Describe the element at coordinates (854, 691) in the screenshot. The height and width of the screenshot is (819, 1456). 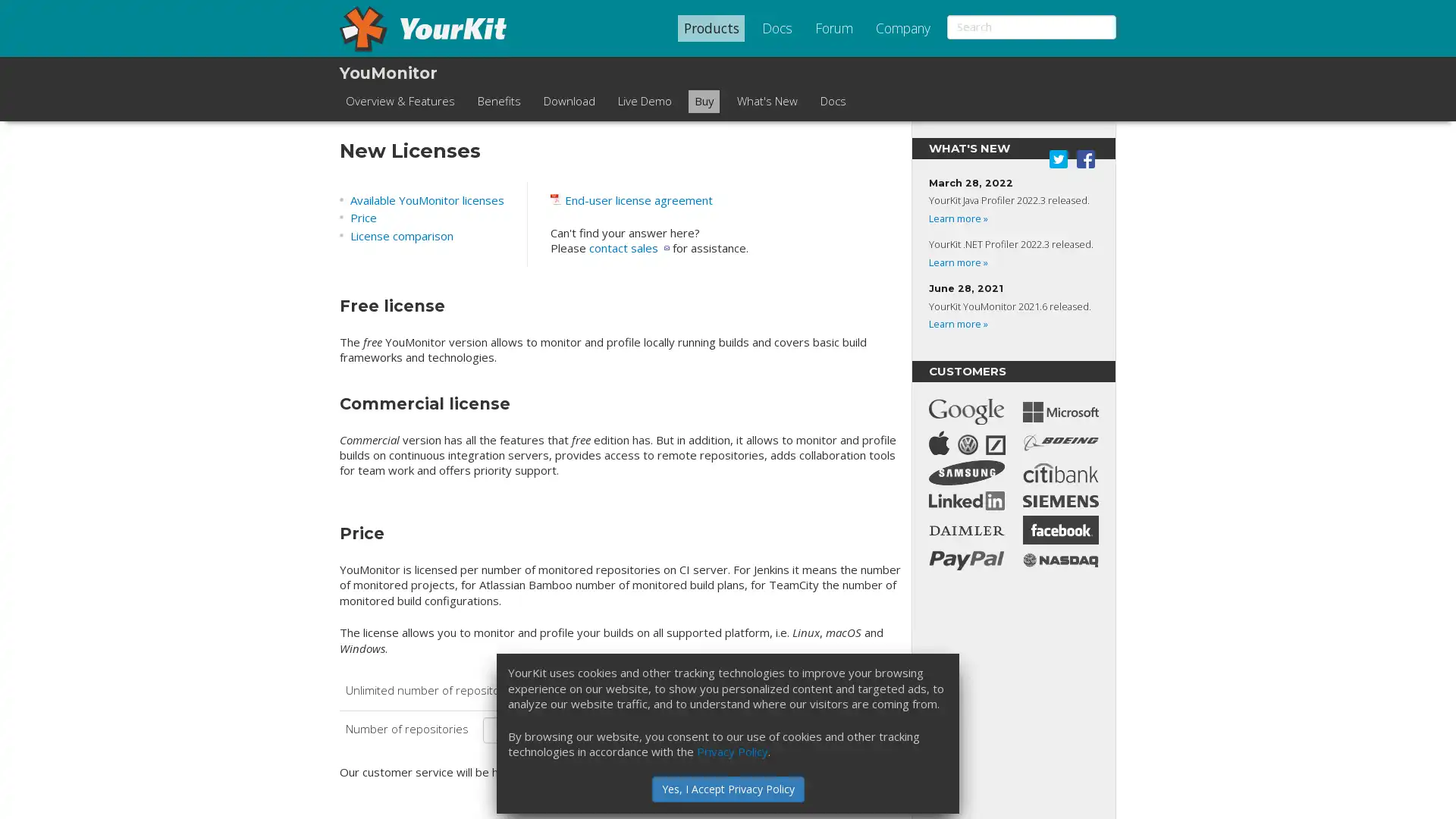
I see `Buy Now` at that location.